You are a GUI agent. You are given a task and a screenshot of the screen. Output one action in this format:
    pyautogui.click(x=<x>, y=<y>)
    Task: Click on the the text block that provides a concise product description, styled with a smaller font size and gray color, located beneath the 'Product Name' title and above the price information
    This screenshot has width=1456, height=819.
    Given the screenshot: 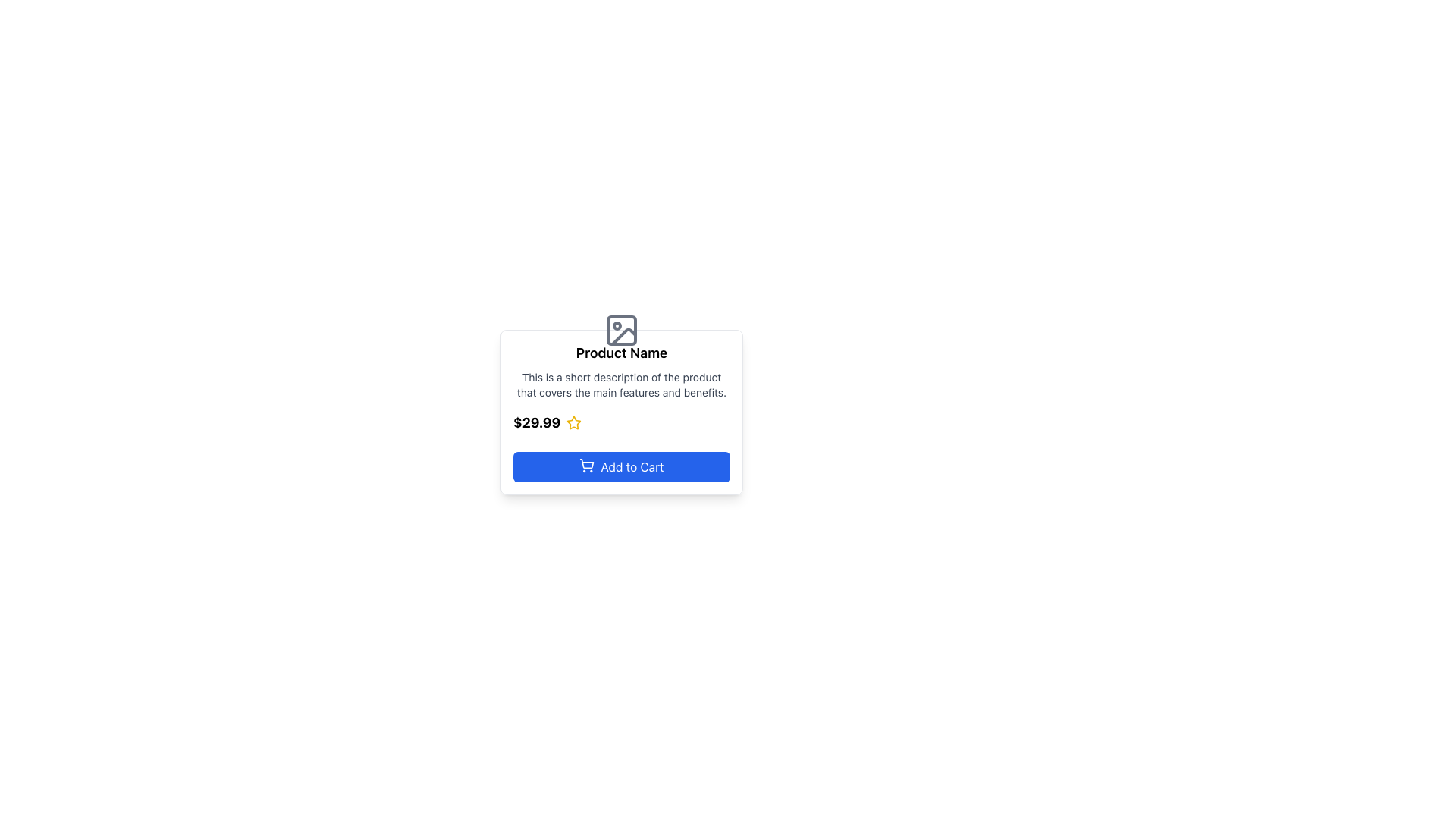 What is the action you would take?
    pyautogui.click(x=622, y=384)
    